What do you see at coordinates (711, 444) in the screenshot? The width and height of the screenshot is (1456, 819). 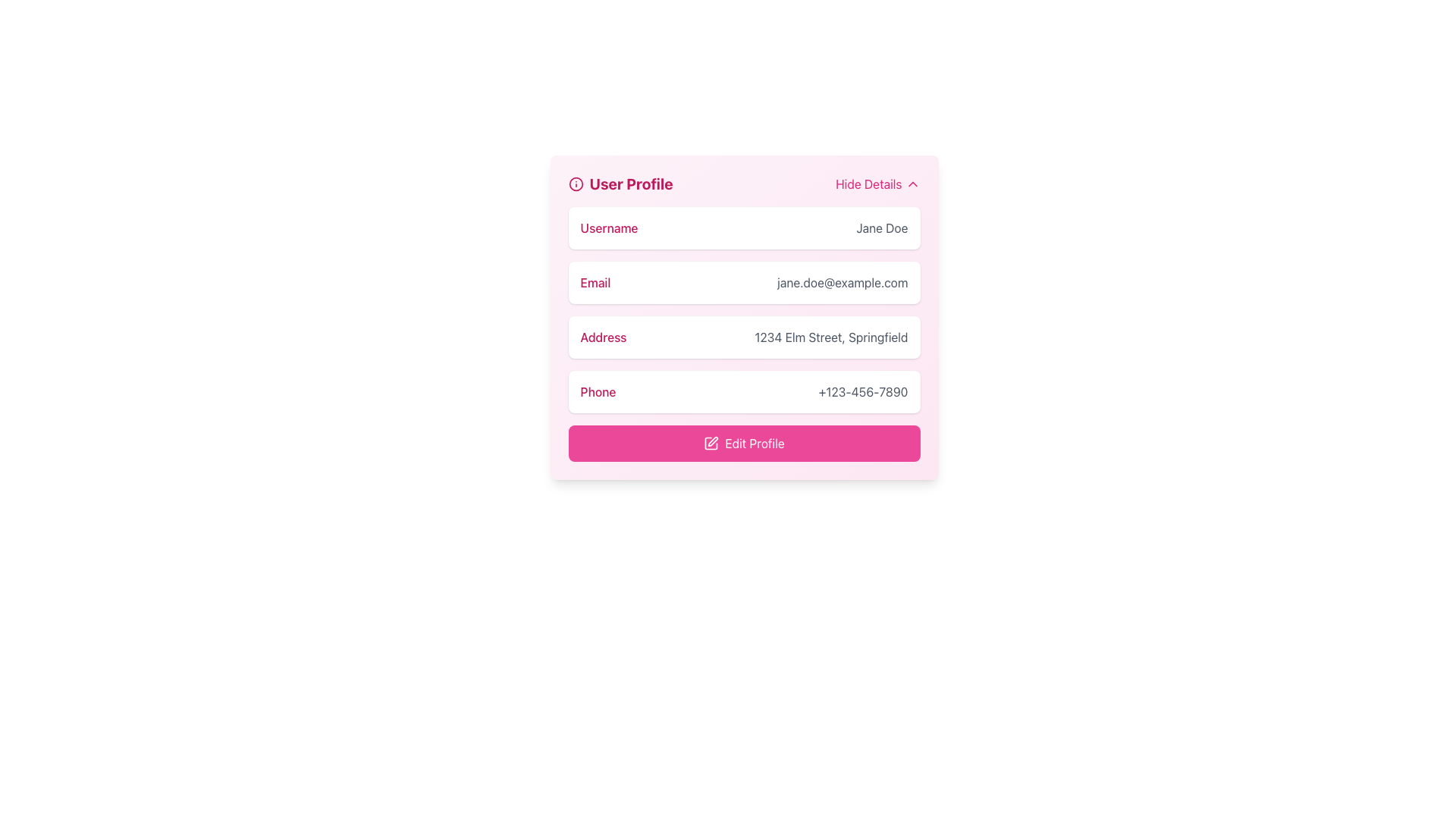 I see `the editing action icon located to the left of the 'Edit Profile' button at the bottom of the card layout` at bounding box center [711, 444].